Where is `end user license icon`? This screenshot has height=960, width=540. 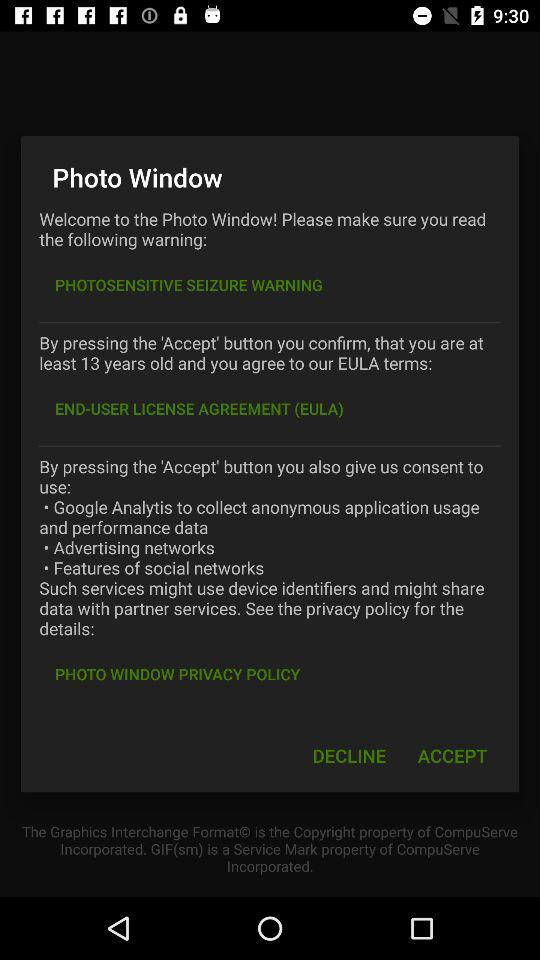 end user license icon is located at coordinates (199, 407).